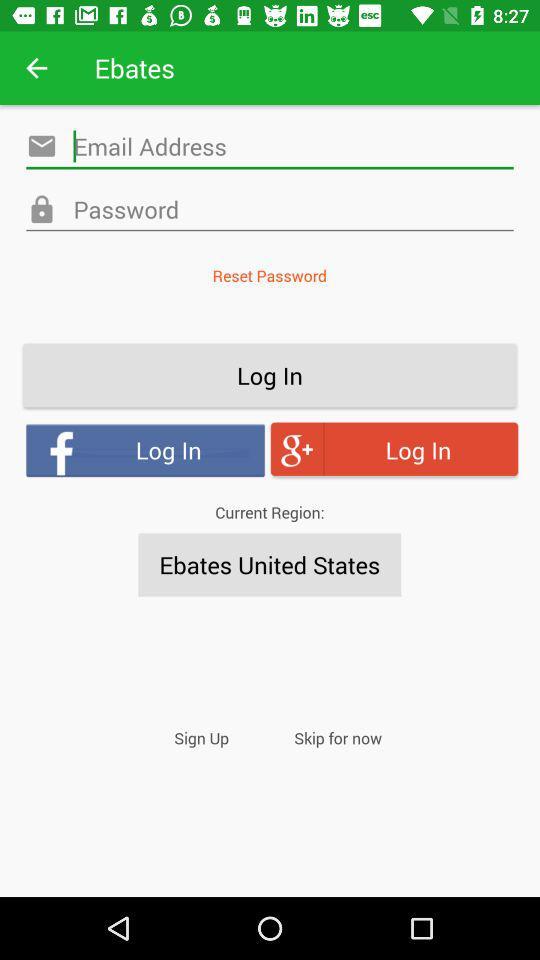 Image resolution: width=540 pixels, height=960 pixels. Describe the element at coordinates (270, 145) in the screenshot. I see `write email address for login` at that location.